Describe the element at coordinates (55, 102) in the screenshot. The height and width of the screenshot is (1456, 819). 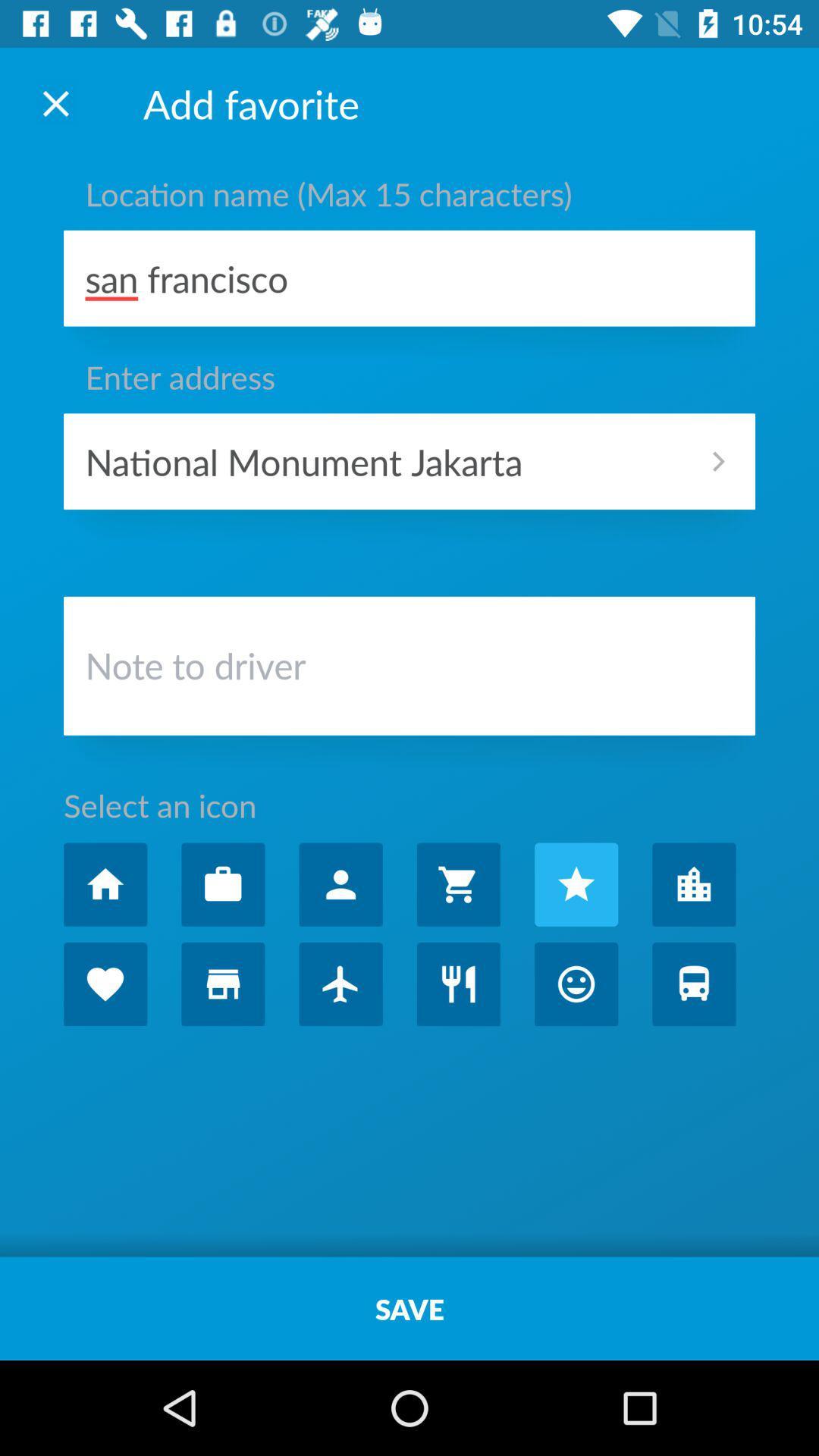
I see `current page` at that location.